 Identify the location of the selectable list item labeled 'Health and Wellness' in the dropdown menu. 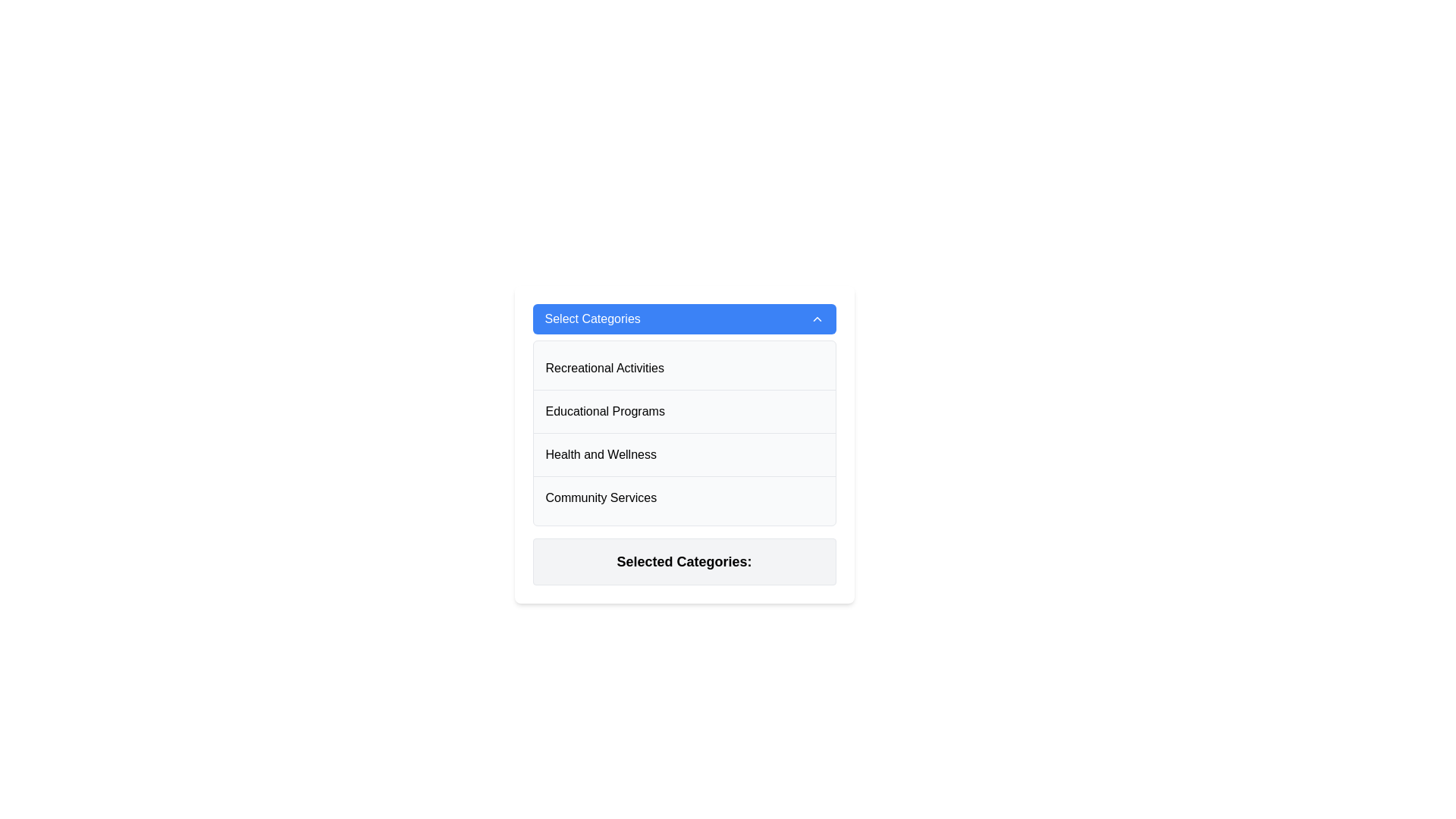
(683, 444).